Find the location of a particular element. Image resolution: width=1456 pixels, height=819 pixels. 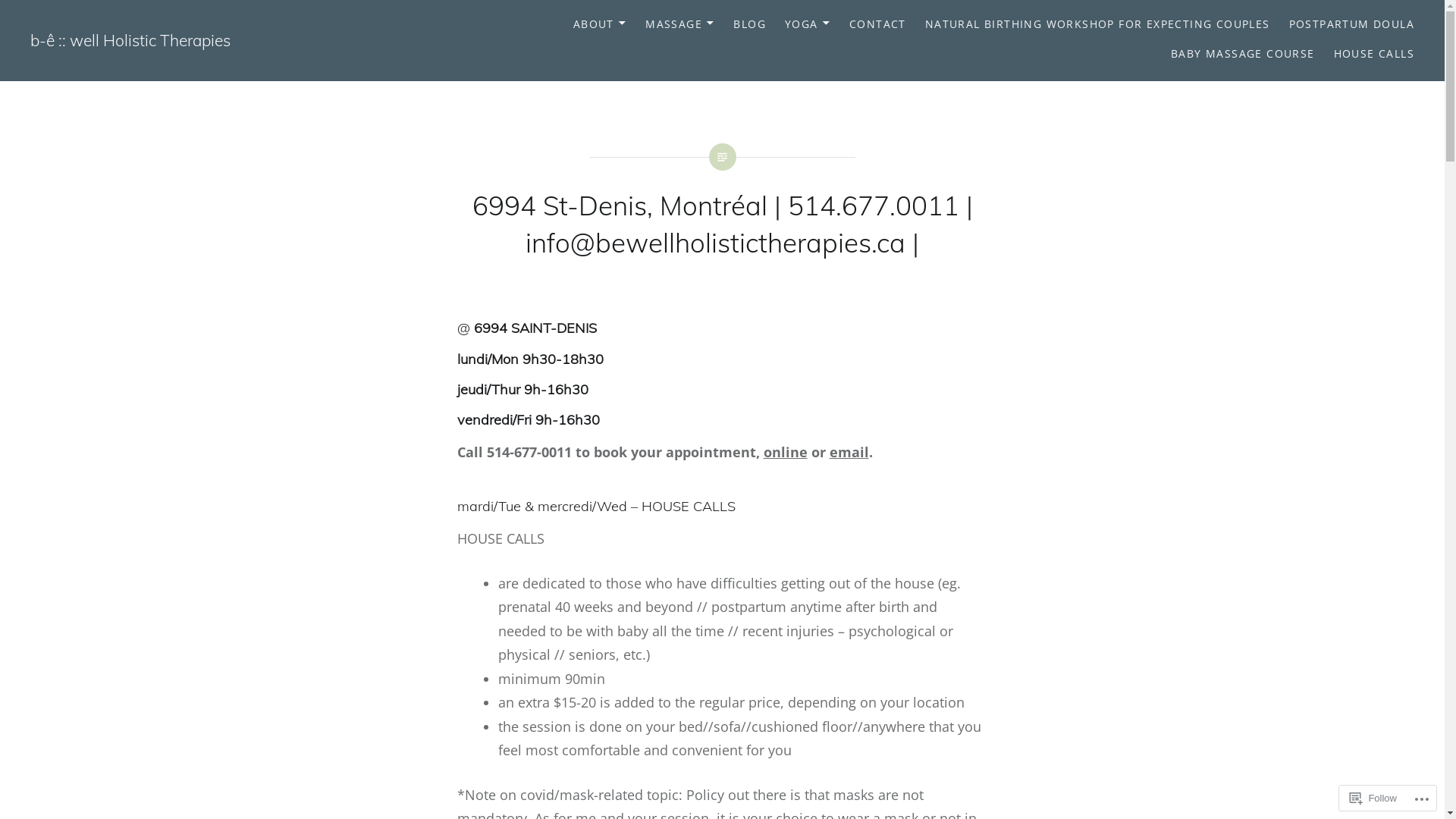

'ABOUT' is located at coordinates (599, 24).